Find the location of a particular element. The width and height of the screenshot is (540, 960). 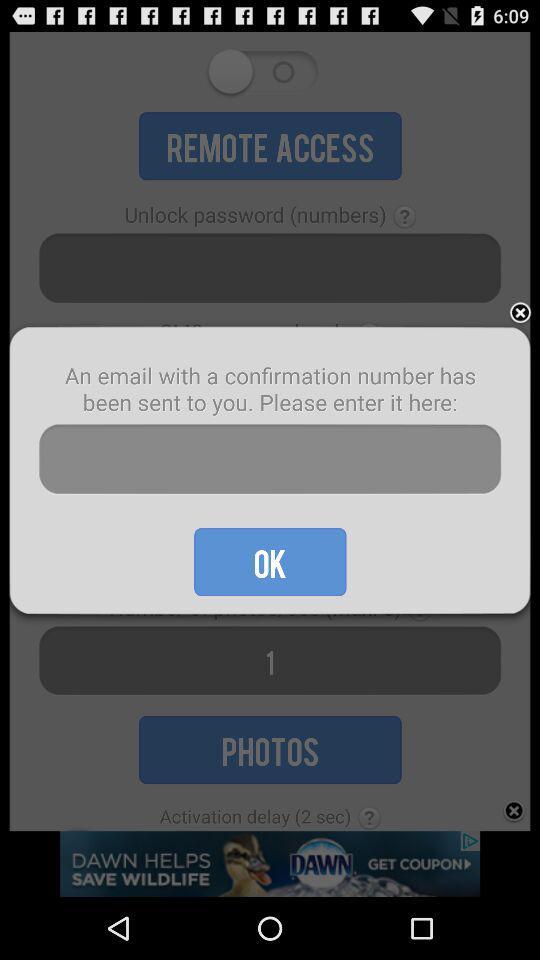

box to type a confirmation number in is located at coordinates (270, 459).